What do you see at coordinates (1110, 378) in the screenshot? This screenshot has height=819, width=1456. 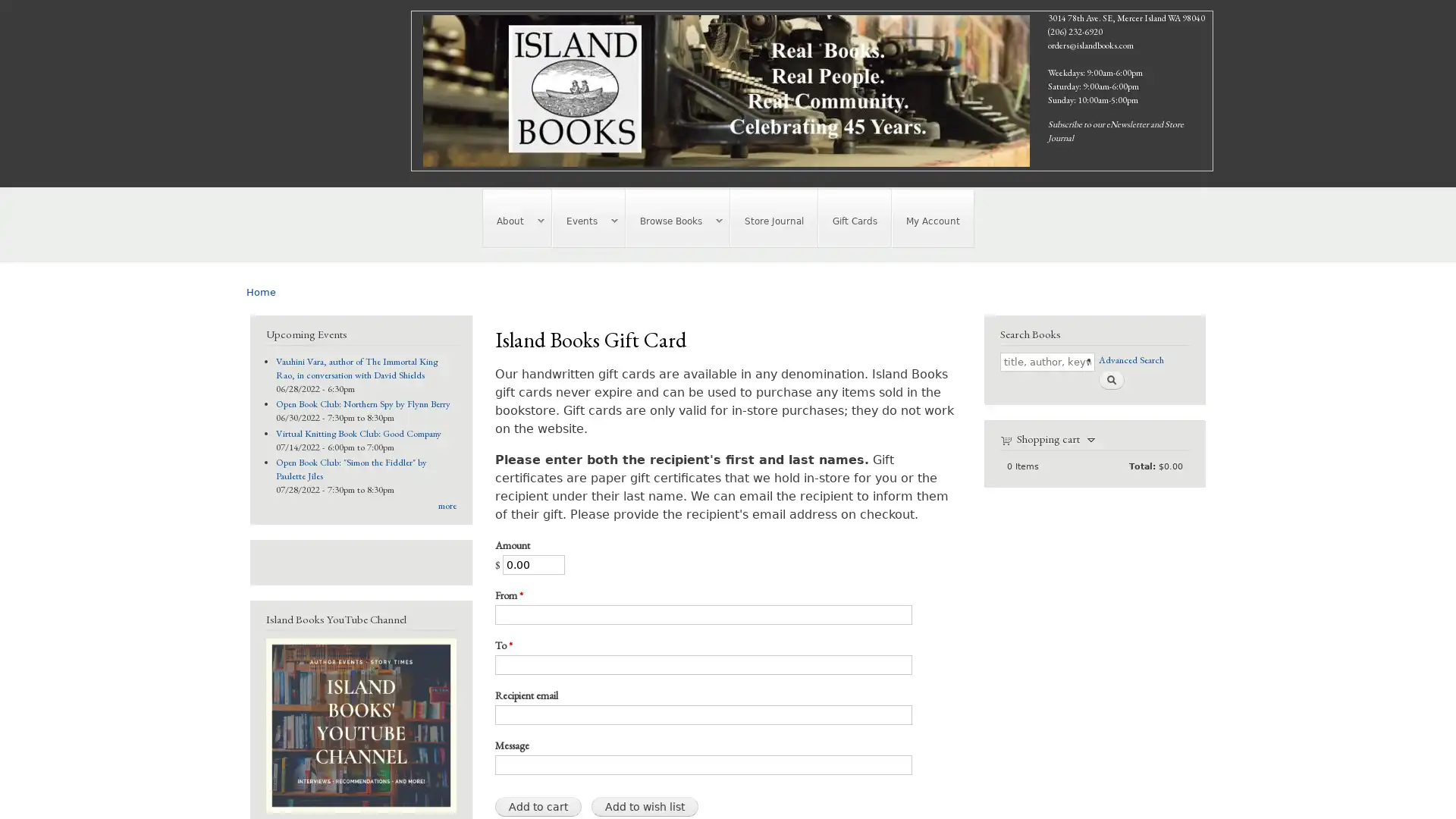 I see `Search` at bounding box center [1110, 378].